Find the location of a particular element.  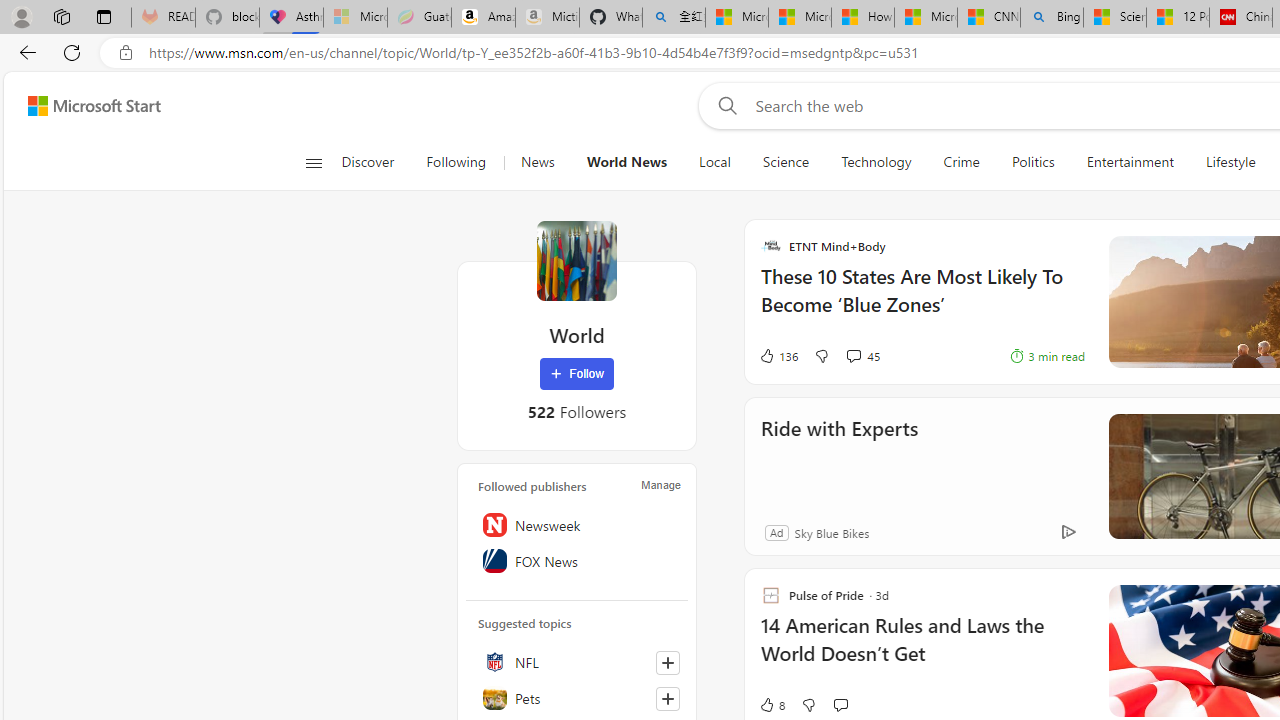

'How I Got Rid of Microsoft Edge' is located at coordinates (862, 17).